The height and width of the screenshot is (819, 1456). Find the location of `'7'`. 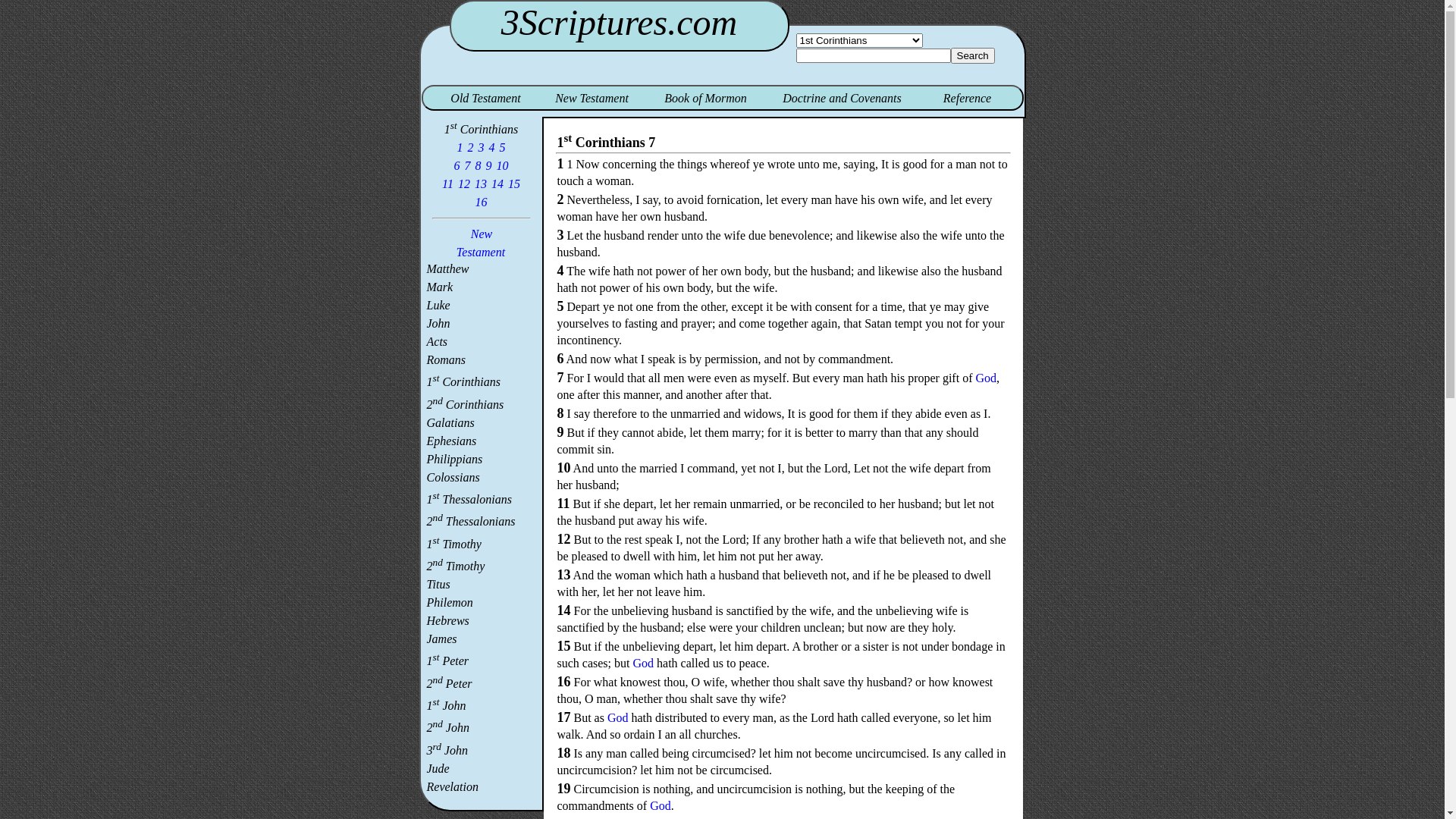

'7' is located at coordinates (467, 165).